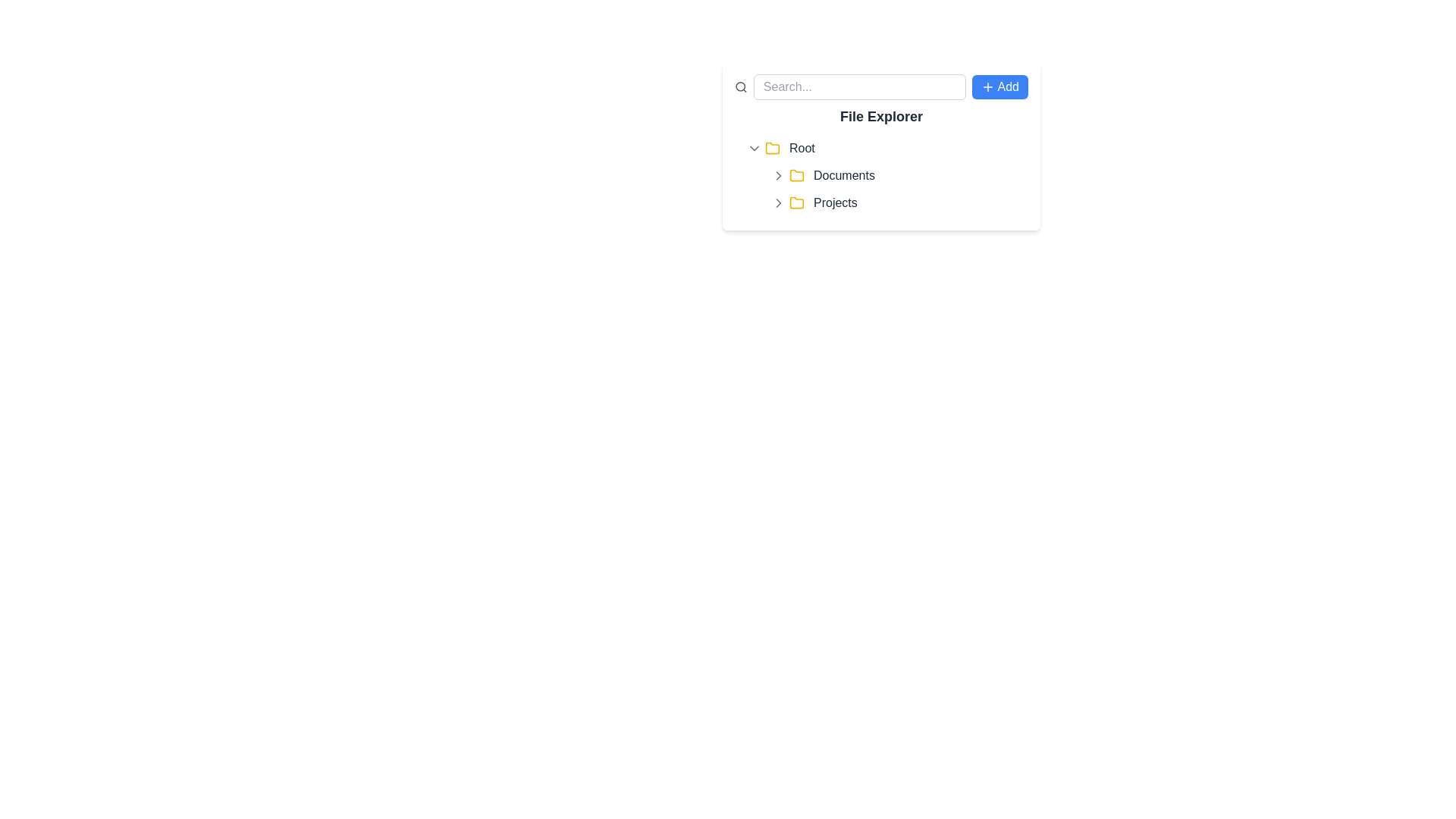  What do you see at coordinates (754, 149) in the screenshot?
I see `the Chevron icon located to the left of the 'Root' folder's yellow folder icon` at bounding box center [754, 149].